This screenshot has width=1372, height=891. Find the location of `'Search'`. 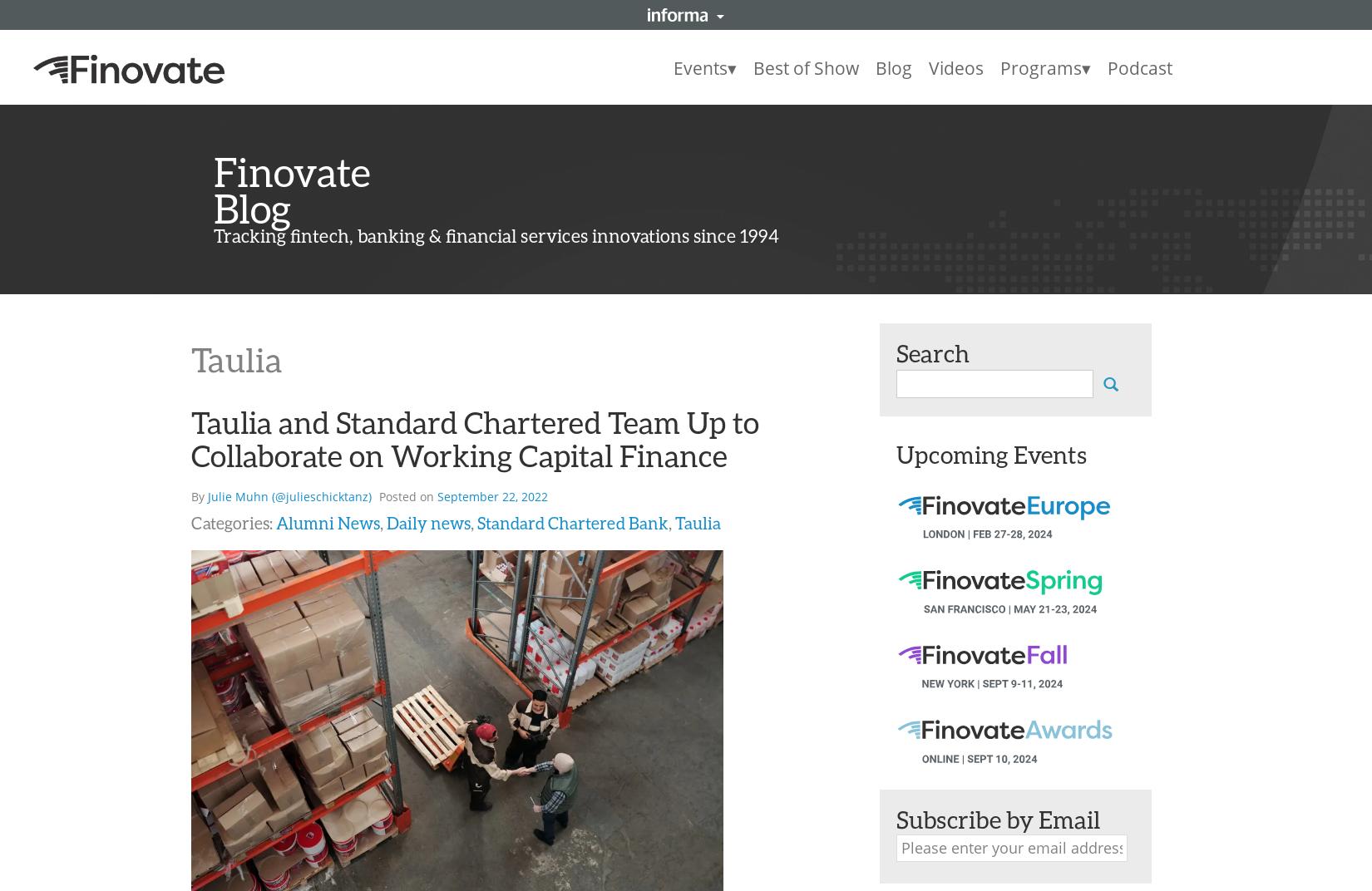

'Search' is located at coordinates (933, 352).